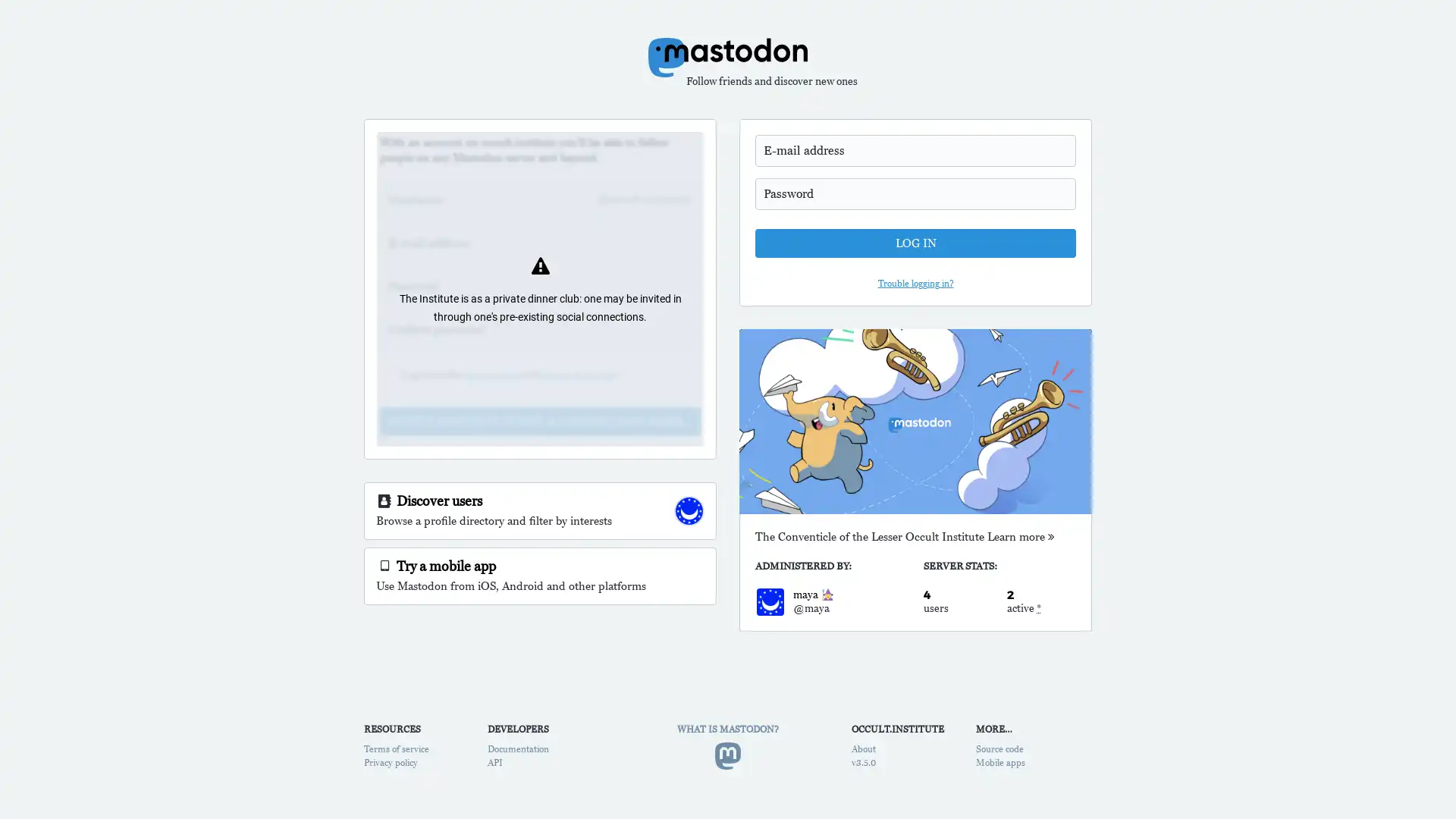  I want to click on OCCULT.INSTITUTE IS NOT ACCEPTING NEW MEMBERS, so click(540, 421).